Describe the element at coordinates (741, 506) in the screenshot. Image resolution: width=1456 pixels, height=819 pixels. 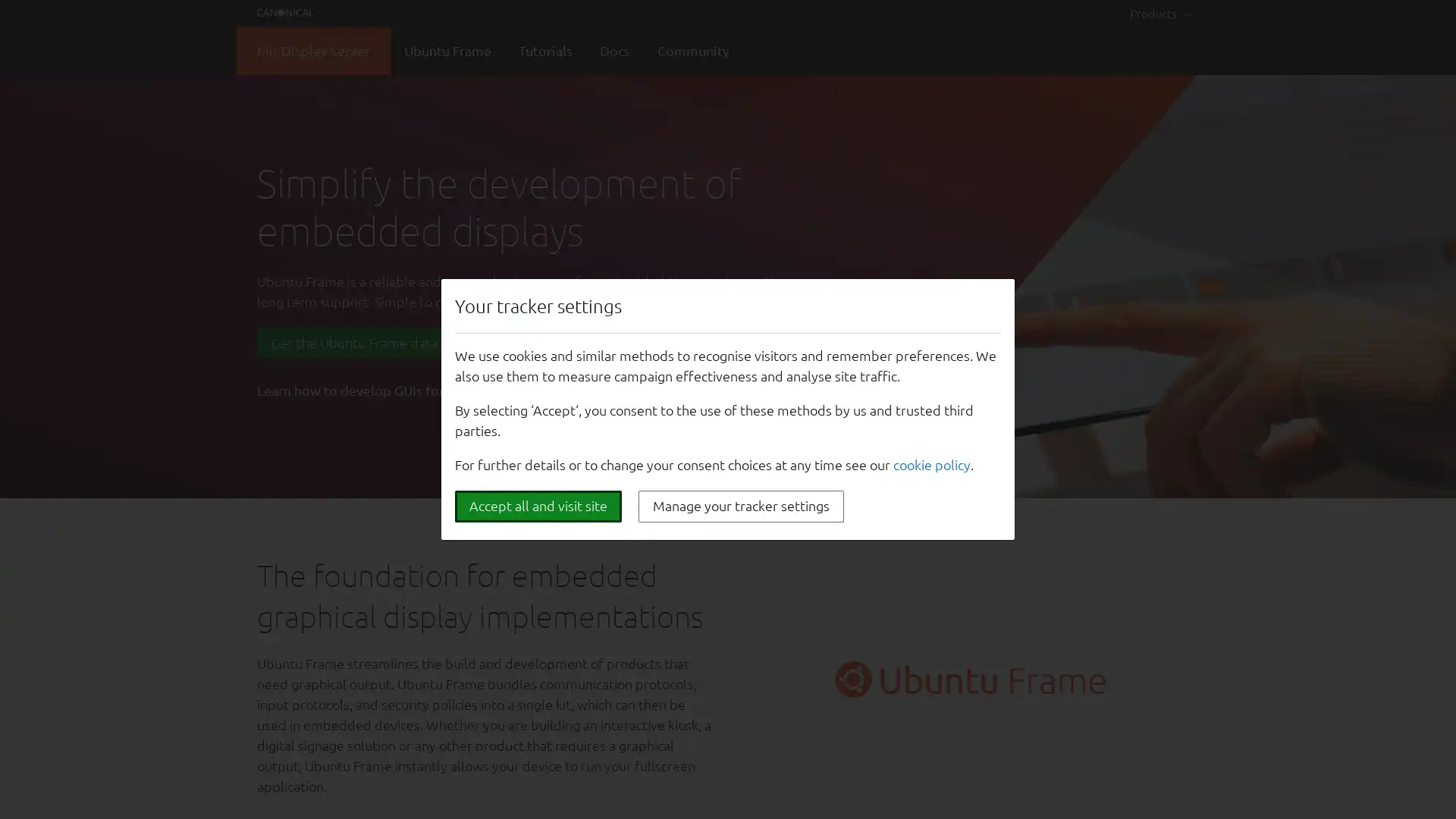
I see `Manage your tracker settings` at that location.